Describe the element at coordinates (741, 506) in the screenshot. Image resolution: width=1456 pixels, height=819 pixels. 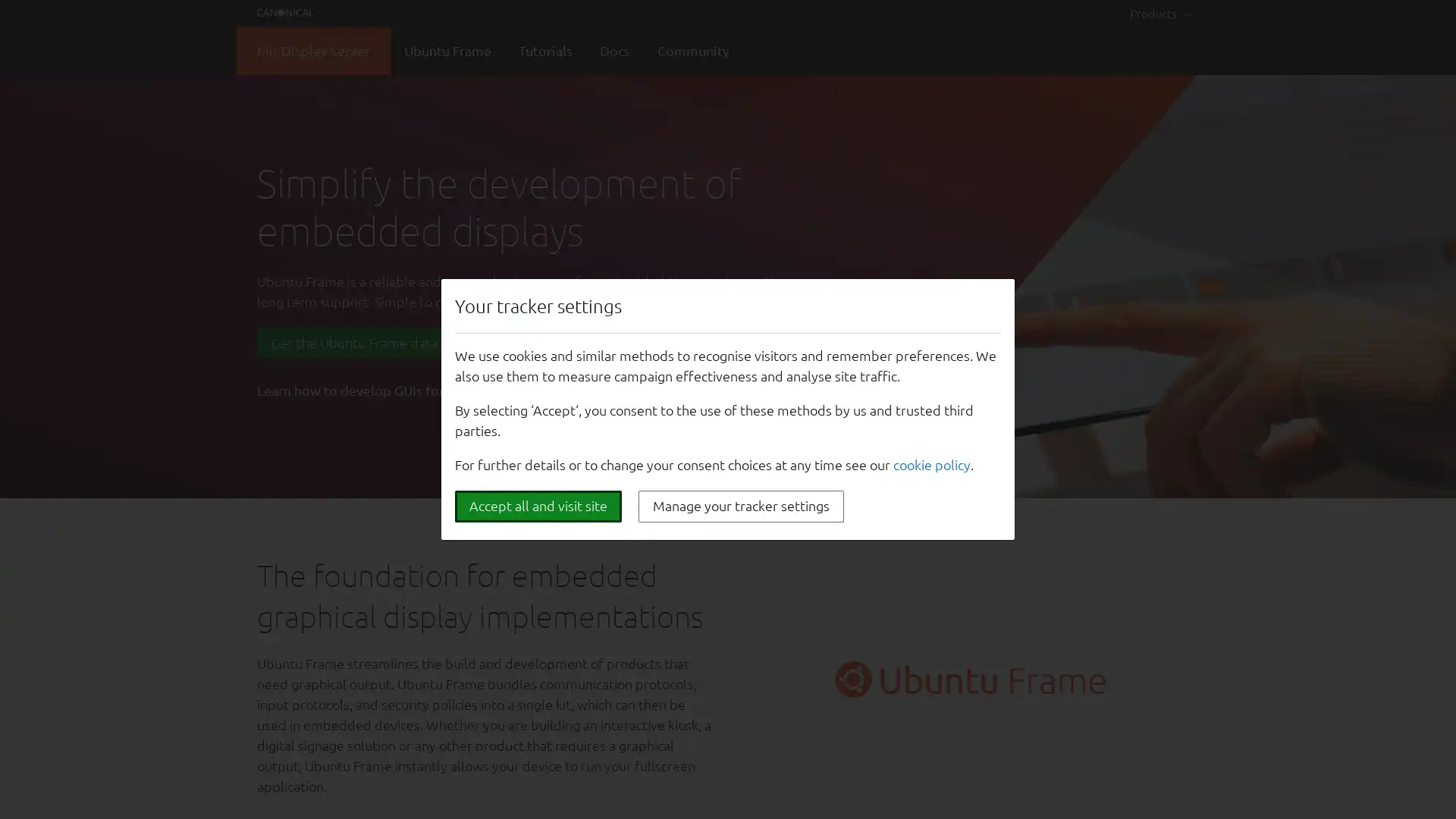
I see `Manage your tracker settings` at that location.